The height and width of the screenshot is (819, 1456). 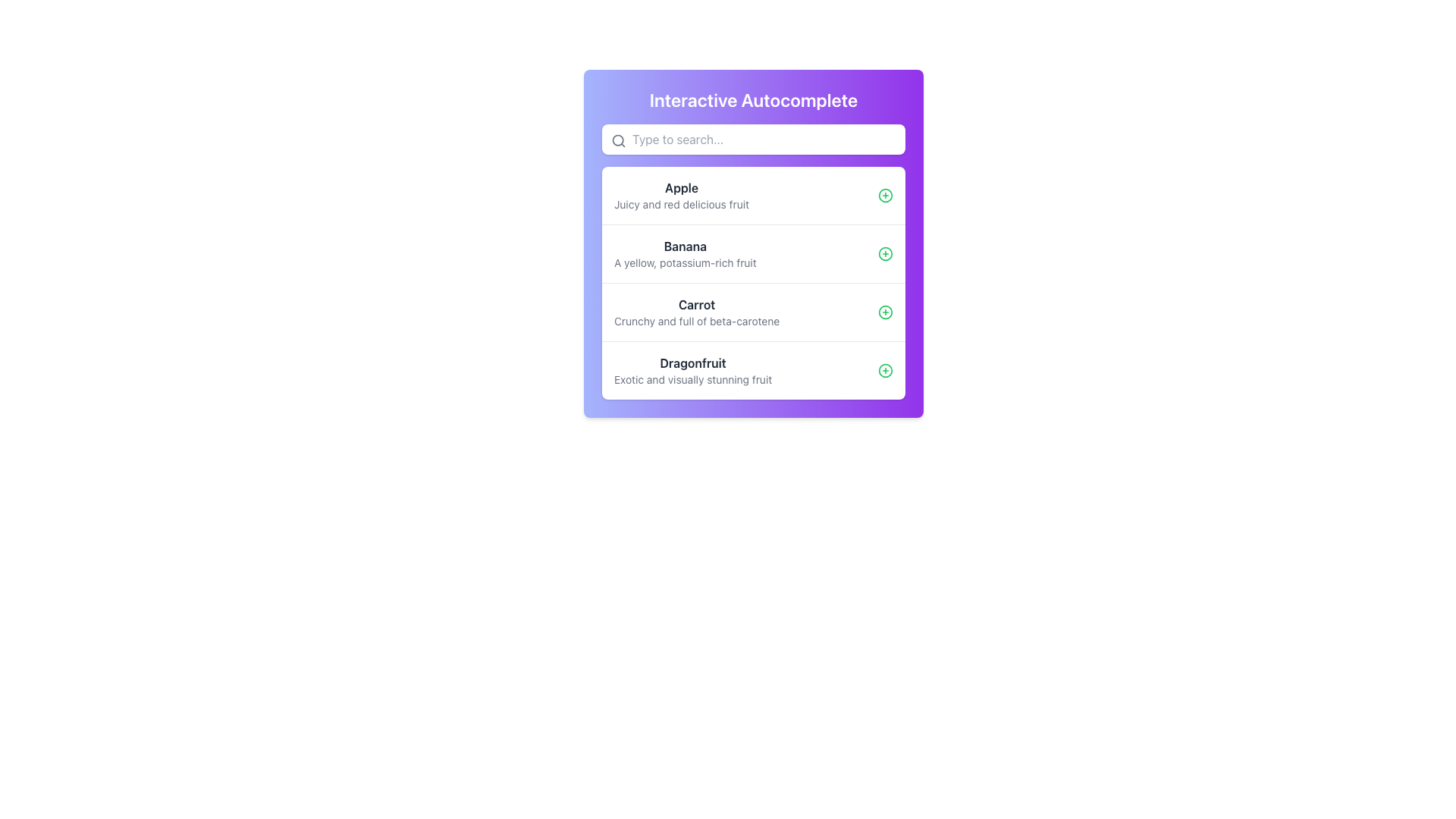 What do you see at coordinates (885, 253) in the screenshot?
I see `the interactive button for the item 'Banana'` at bounding box center [885, 253].